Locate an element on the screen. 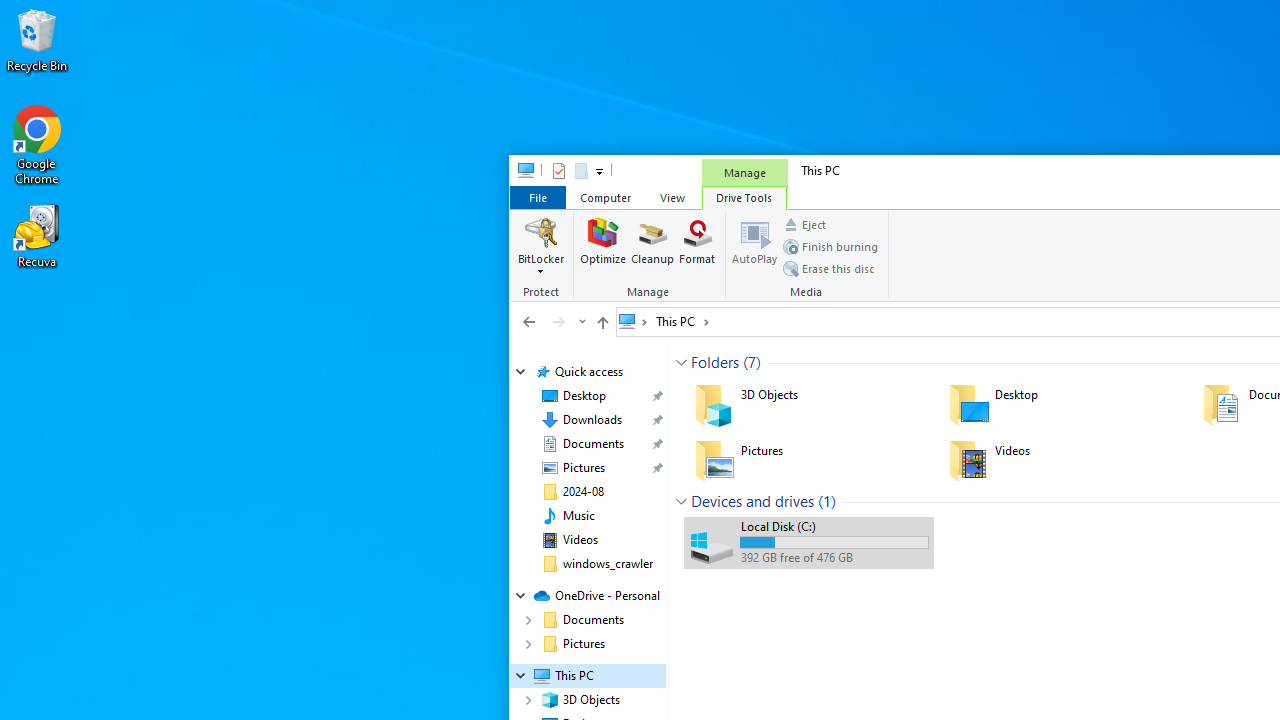 The width and height of the screenshot is (1280, 720). 'File tab' is located at coordinates (537, 197).